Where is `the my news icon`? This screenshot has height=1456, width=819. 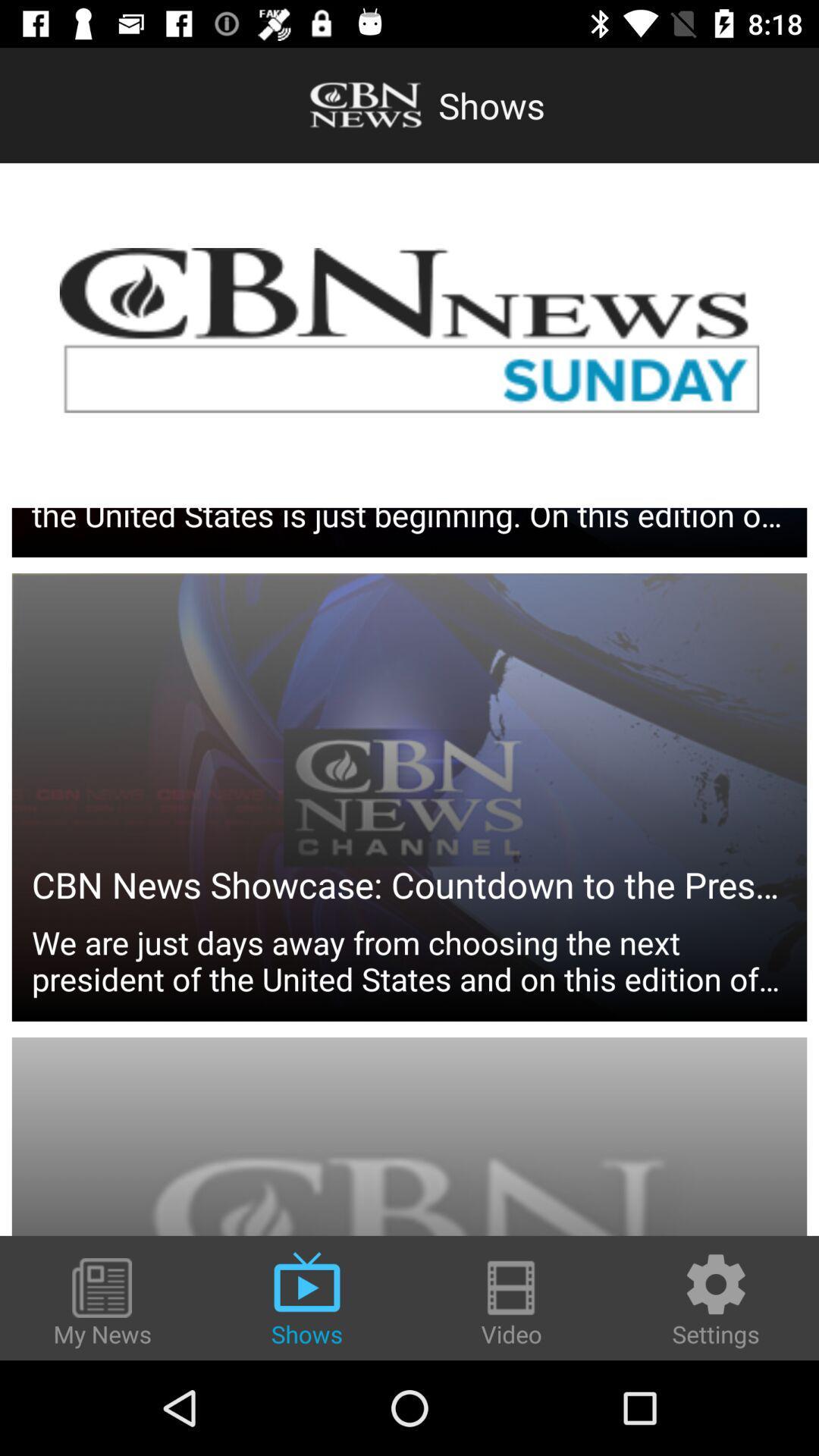 the my news icon is located at coordinates (102, 1303).